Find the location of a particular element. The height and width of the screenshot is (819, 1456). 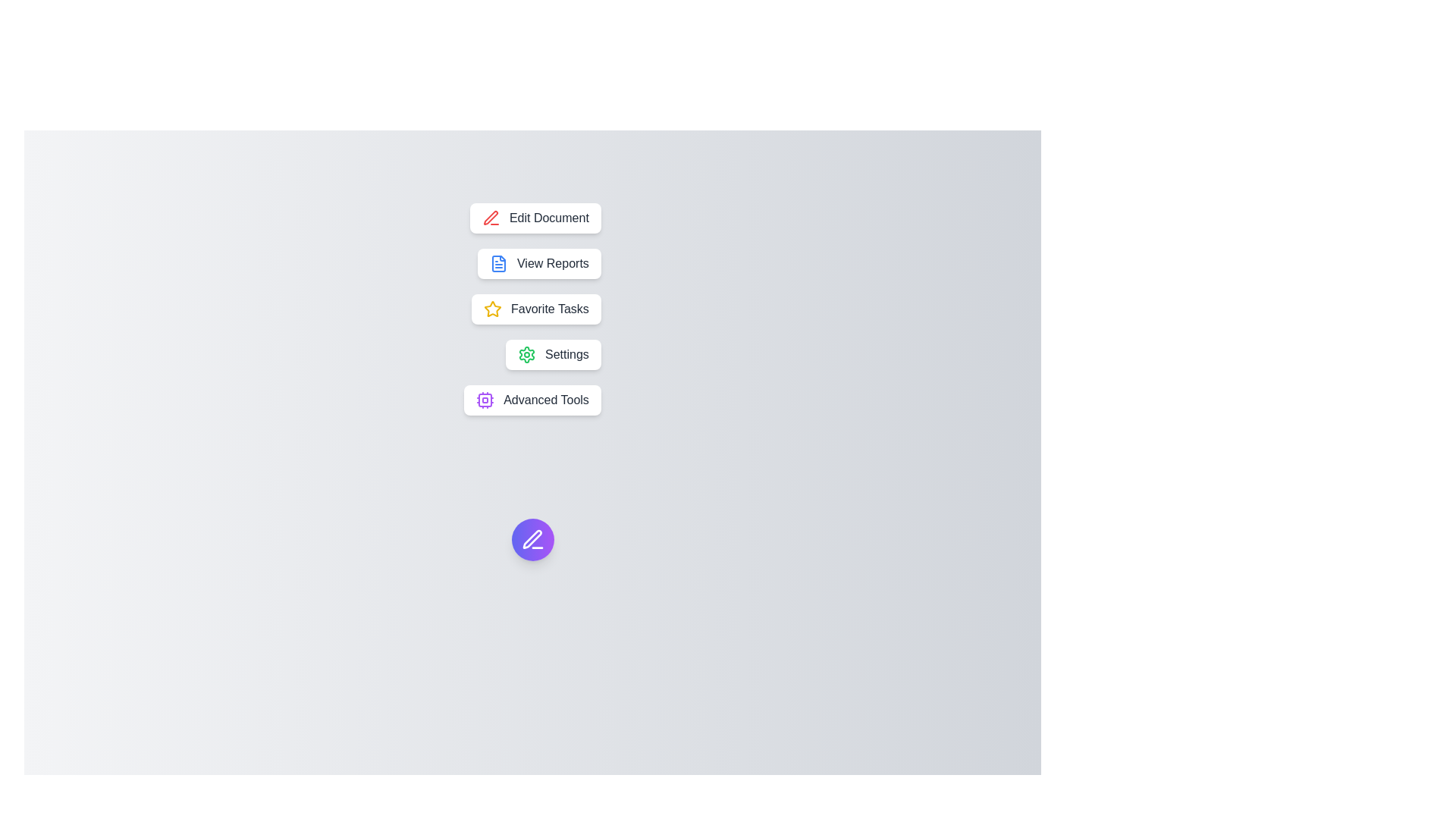

the 'Advanced Tools' button is located at coordinates (532, 400).